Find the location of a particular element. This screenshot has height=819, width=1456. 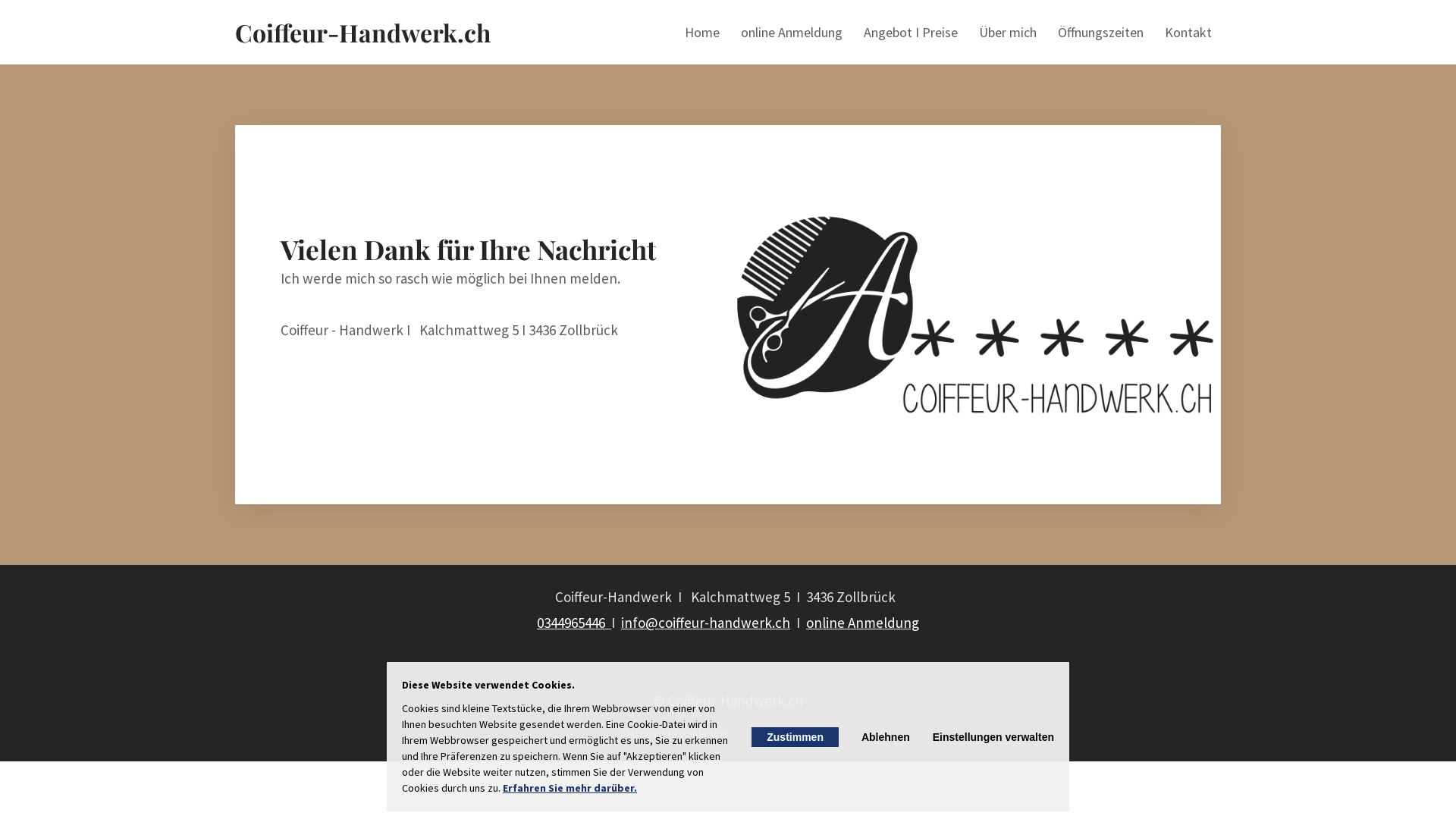

'online Anmeldung' is located at coordinates (805, 623).